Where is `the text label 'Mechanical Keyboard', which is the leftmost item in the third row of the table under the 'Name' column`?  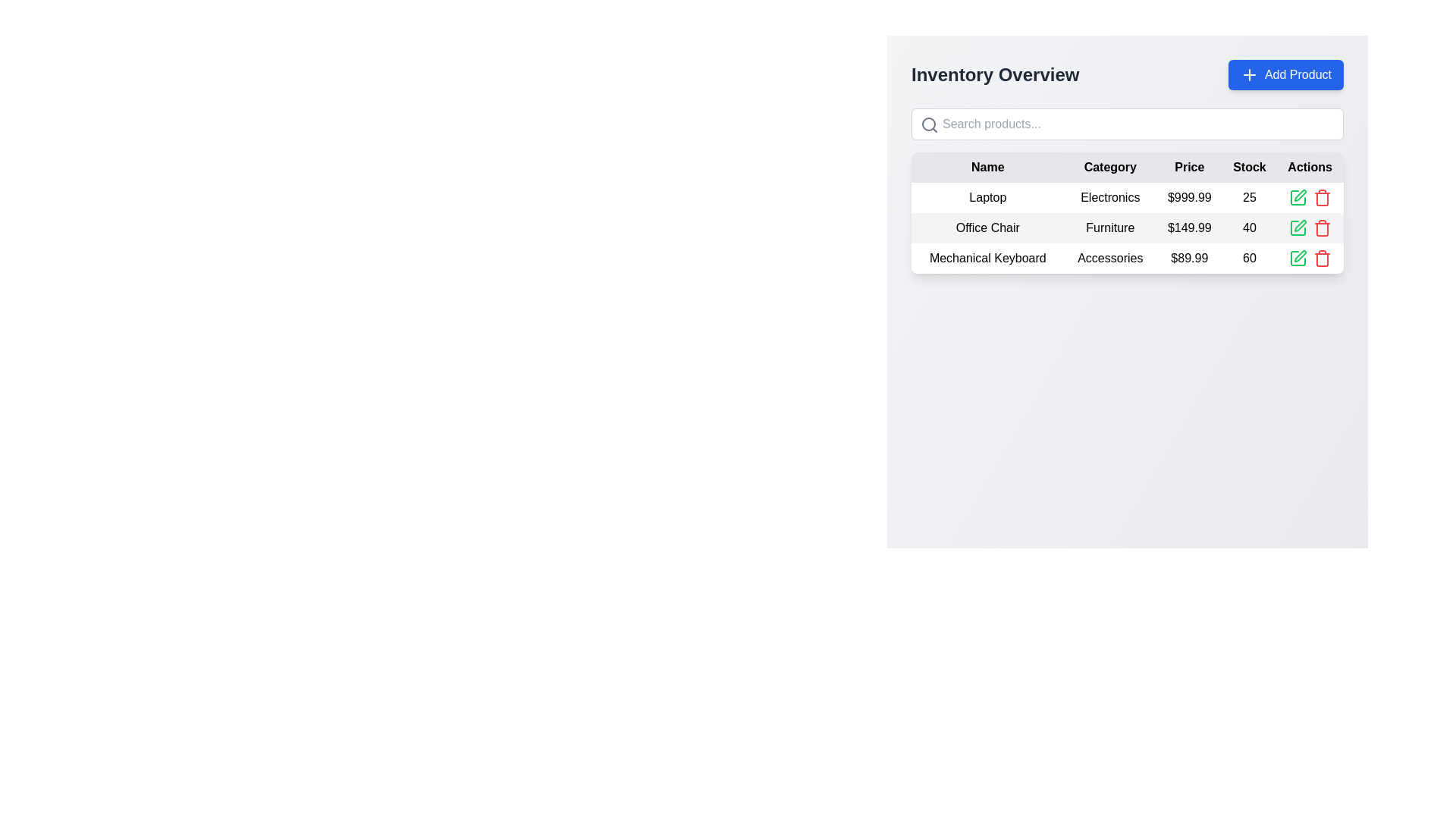
the text label 'Mechanical Keyboard', which is the leftmost item in the third row of the table under the 'Name' column is located at coordinates (987, 257).